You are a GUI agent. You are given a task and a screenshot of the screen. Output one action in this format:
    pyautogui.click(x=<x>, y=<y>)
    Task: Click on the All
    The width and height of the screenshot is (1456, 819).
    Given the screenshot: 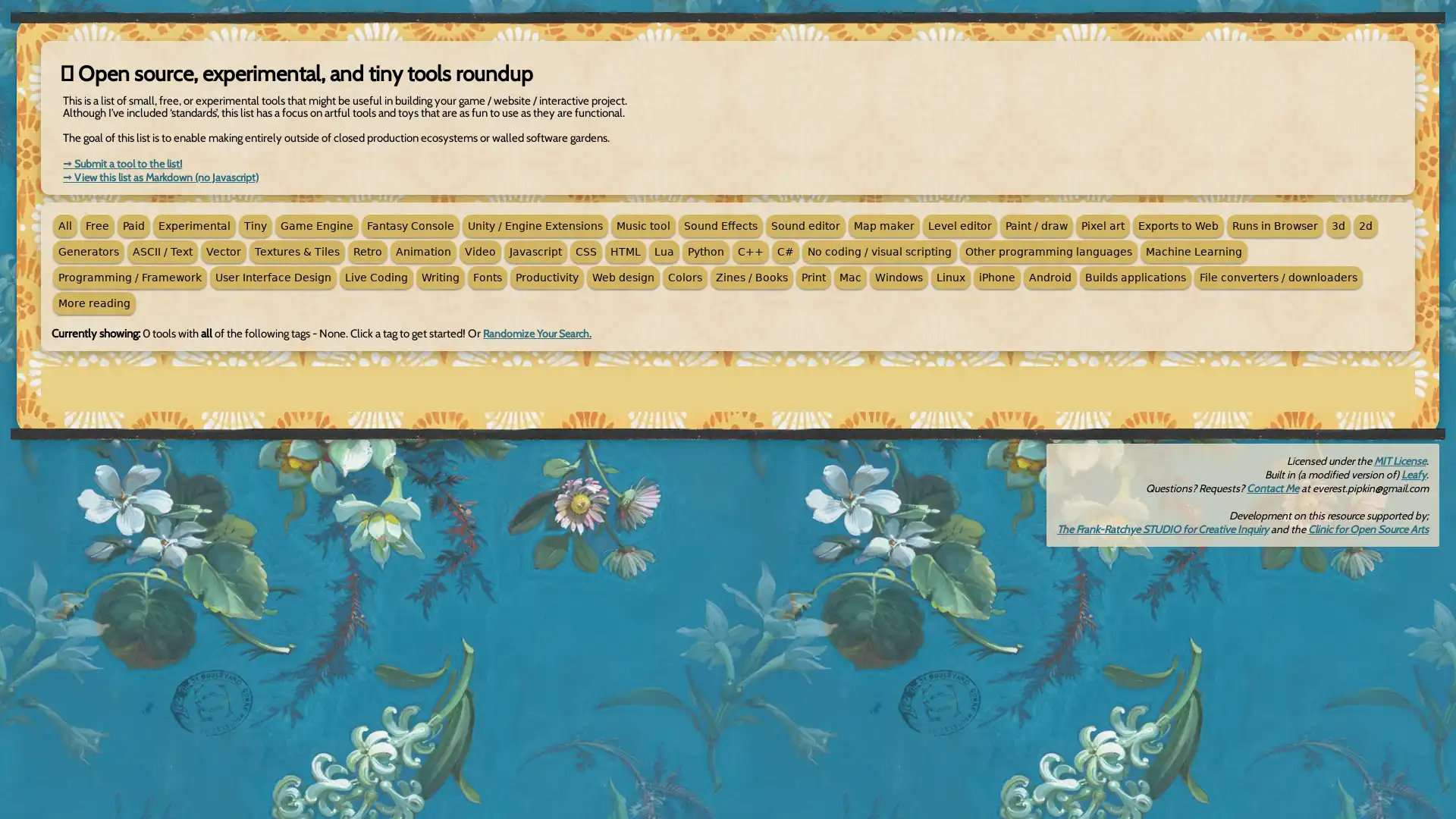 What is the action you would take?
    pyautogui.click(x=64, y=225)
    